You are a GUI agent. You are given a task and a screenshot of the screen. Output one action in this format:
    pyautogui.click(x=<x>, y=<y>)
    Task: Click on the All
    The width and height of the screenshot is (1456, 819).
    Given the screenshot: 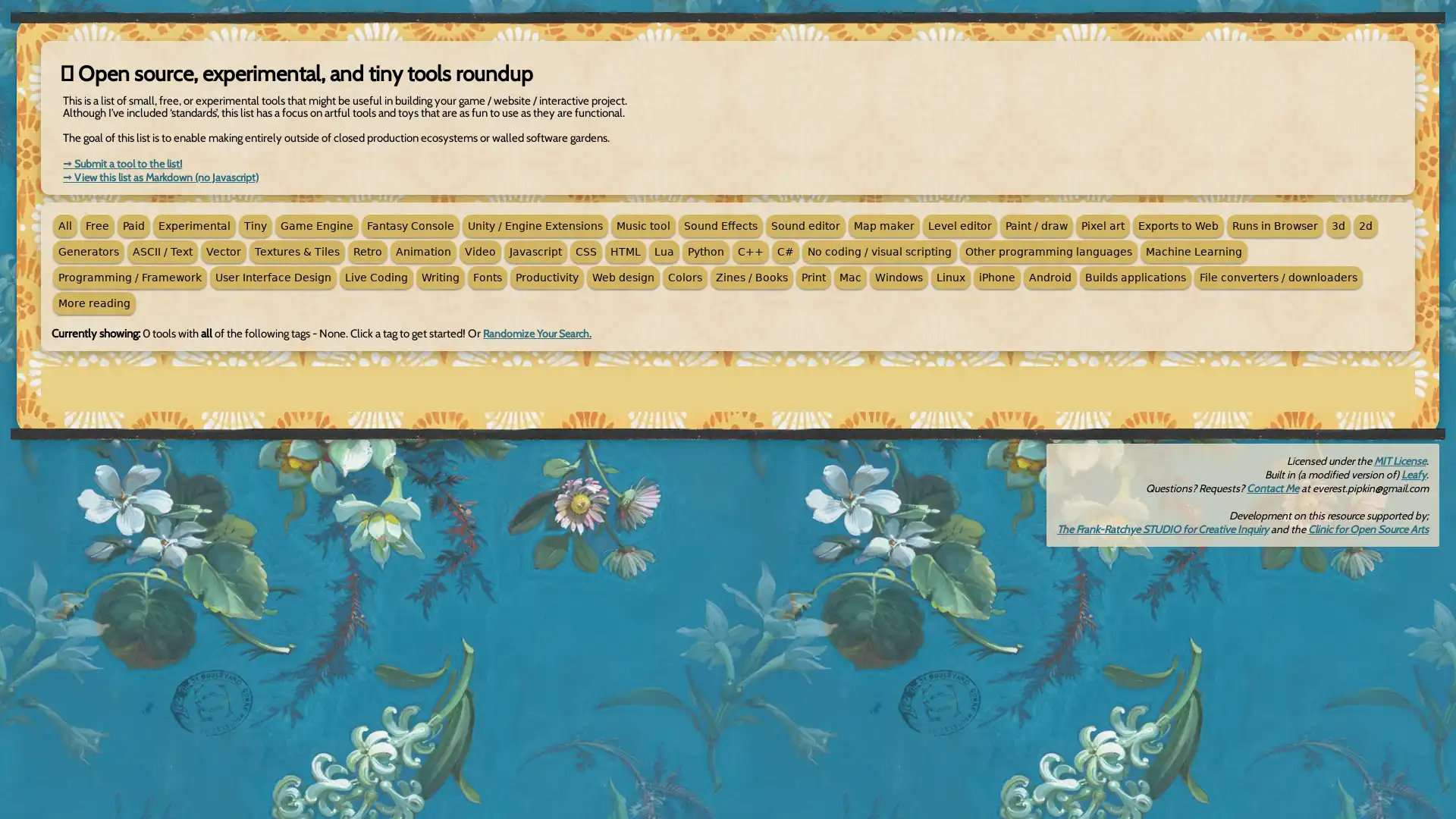 What is the action you would take?
    pyautogui.click(x=64, y=225)
    